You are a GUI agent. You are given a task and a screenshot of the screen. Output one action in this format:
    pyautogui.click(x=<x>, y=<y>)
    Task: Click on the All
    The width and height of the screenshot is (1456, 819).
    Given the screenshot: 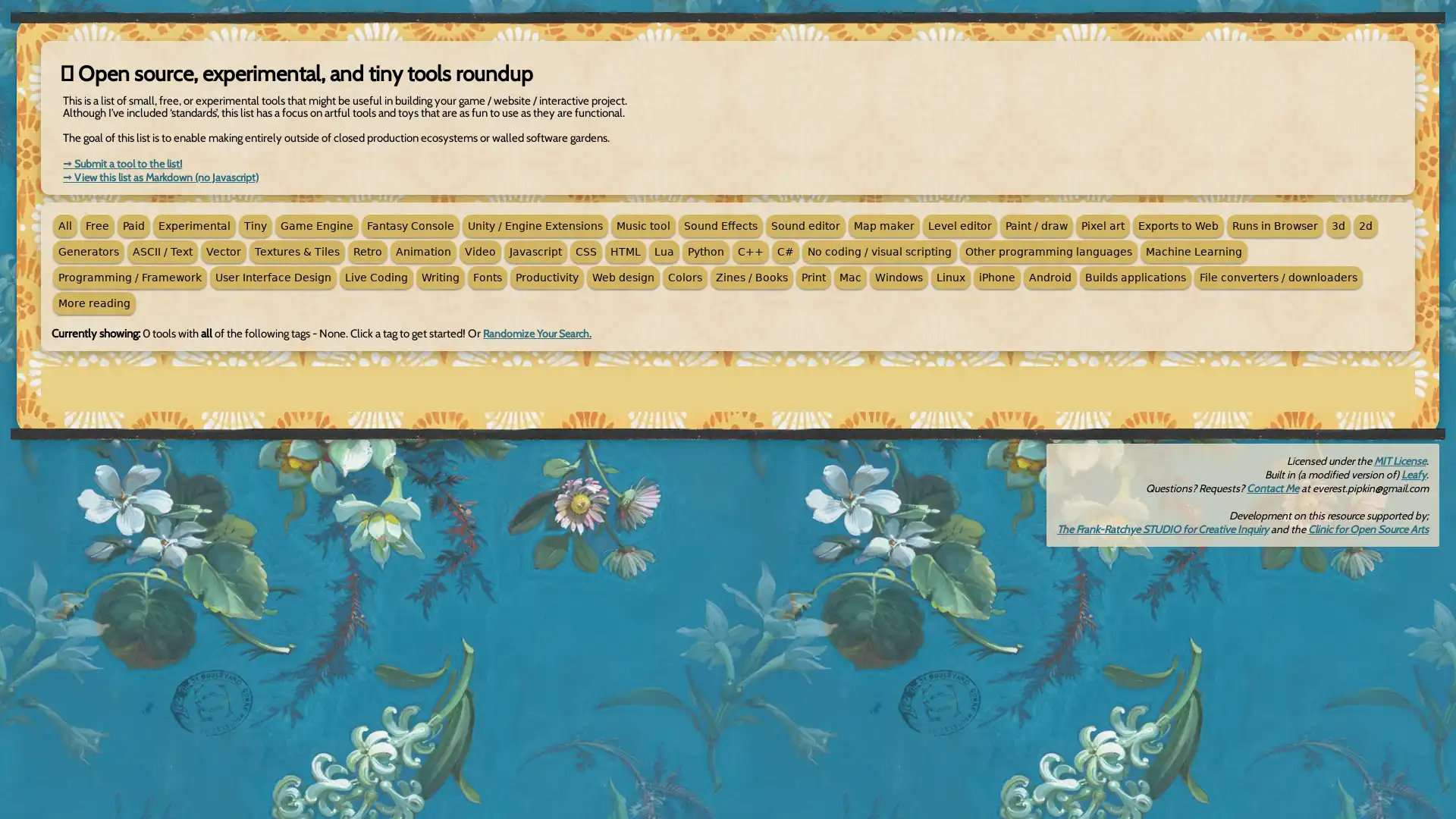 What is the action you would take?
    pyautogui.click(x=64, y=225)
    